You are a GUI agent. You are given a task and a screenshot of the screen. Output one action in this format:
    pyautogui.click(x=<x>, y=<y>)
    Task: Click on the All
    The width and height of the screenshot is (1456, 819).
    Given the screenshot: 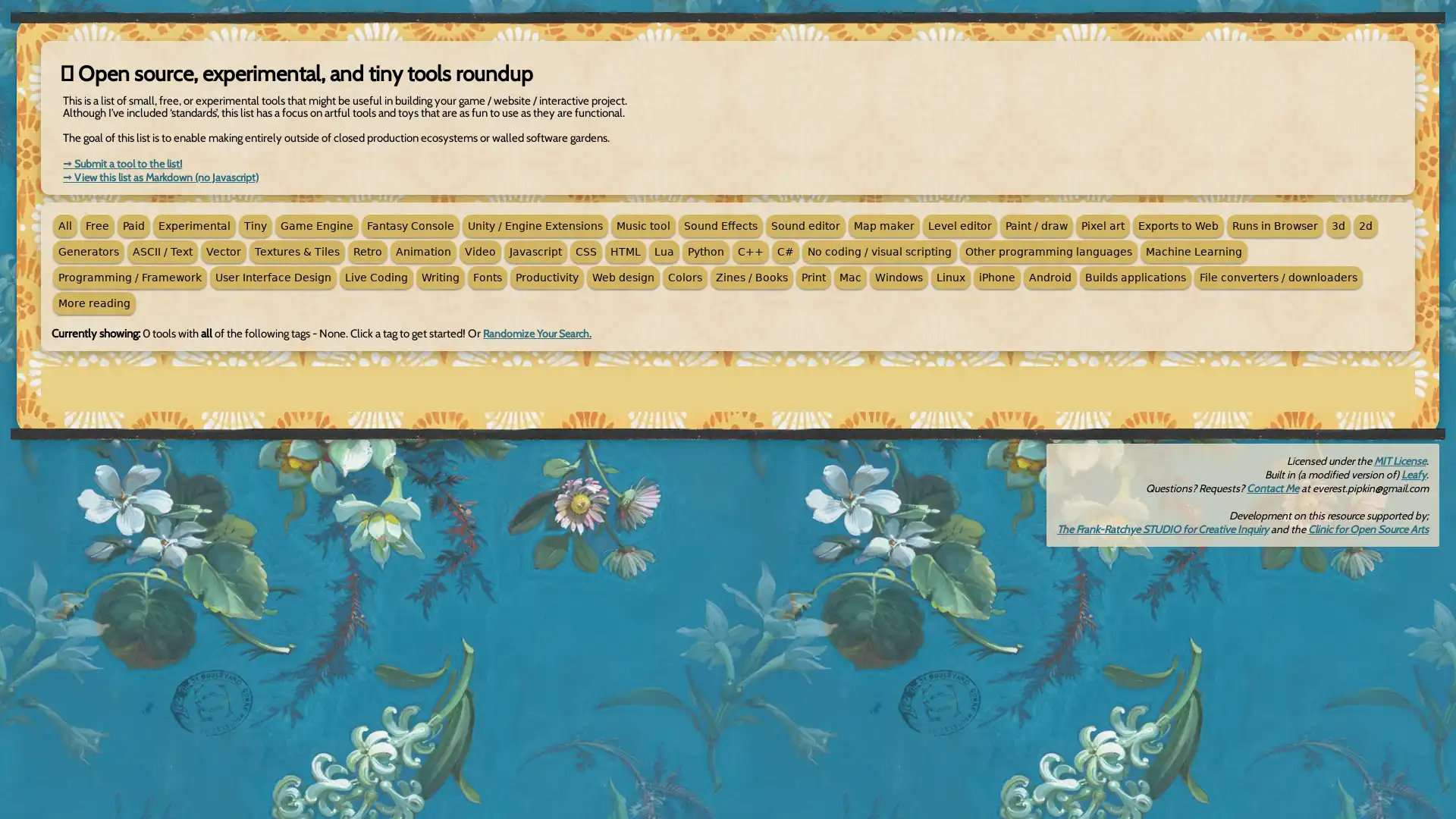 What is the action you would take?
    pyautogui.click(x=64, y=225)
    